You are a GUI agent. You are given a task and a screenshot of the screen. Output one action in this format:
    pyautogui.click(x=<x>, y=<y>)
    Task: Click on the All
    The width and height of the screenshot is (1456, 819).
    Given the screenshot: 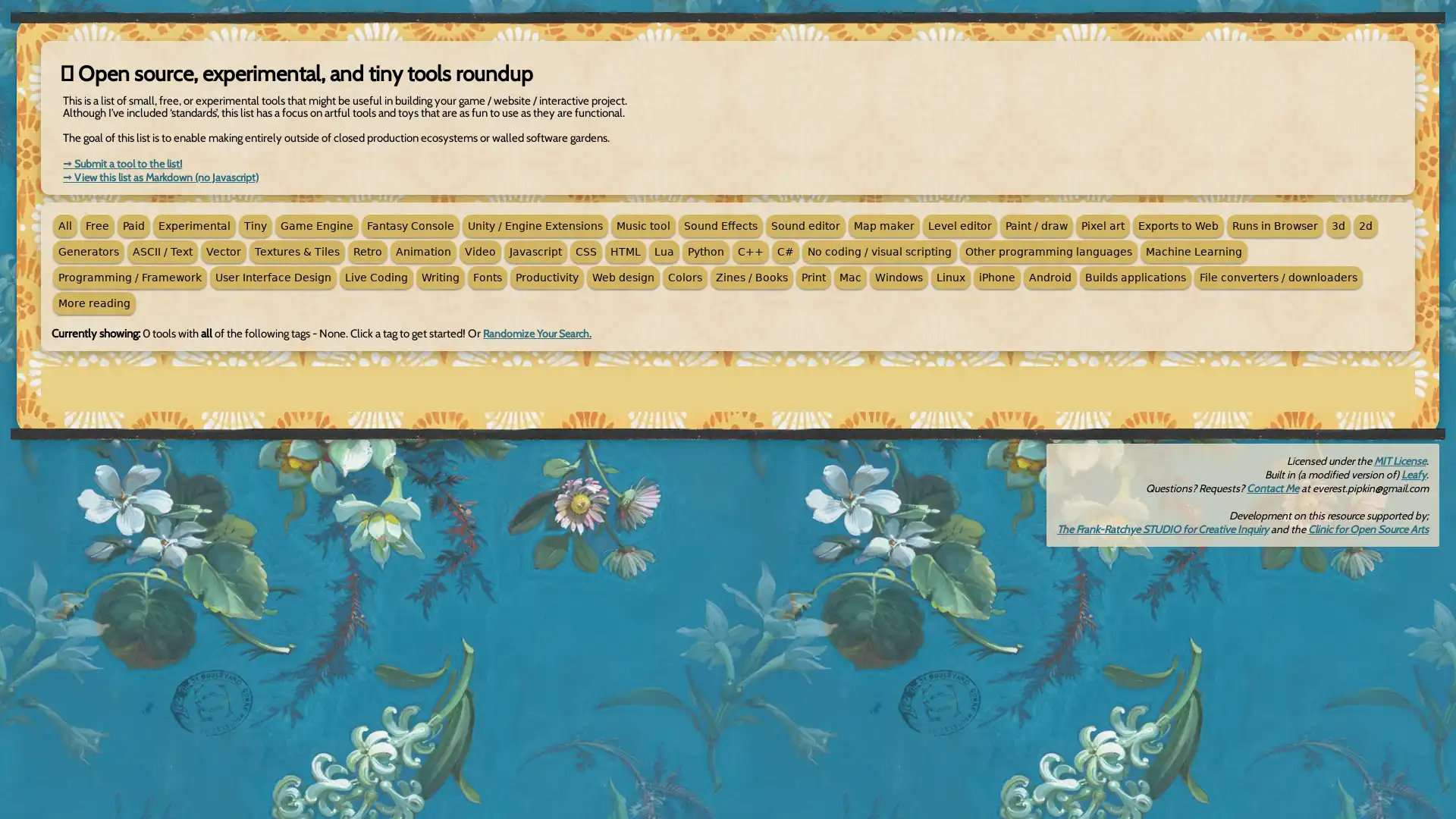 What is the action you would take?
    pyautogui.click(x=64, y=225)
    